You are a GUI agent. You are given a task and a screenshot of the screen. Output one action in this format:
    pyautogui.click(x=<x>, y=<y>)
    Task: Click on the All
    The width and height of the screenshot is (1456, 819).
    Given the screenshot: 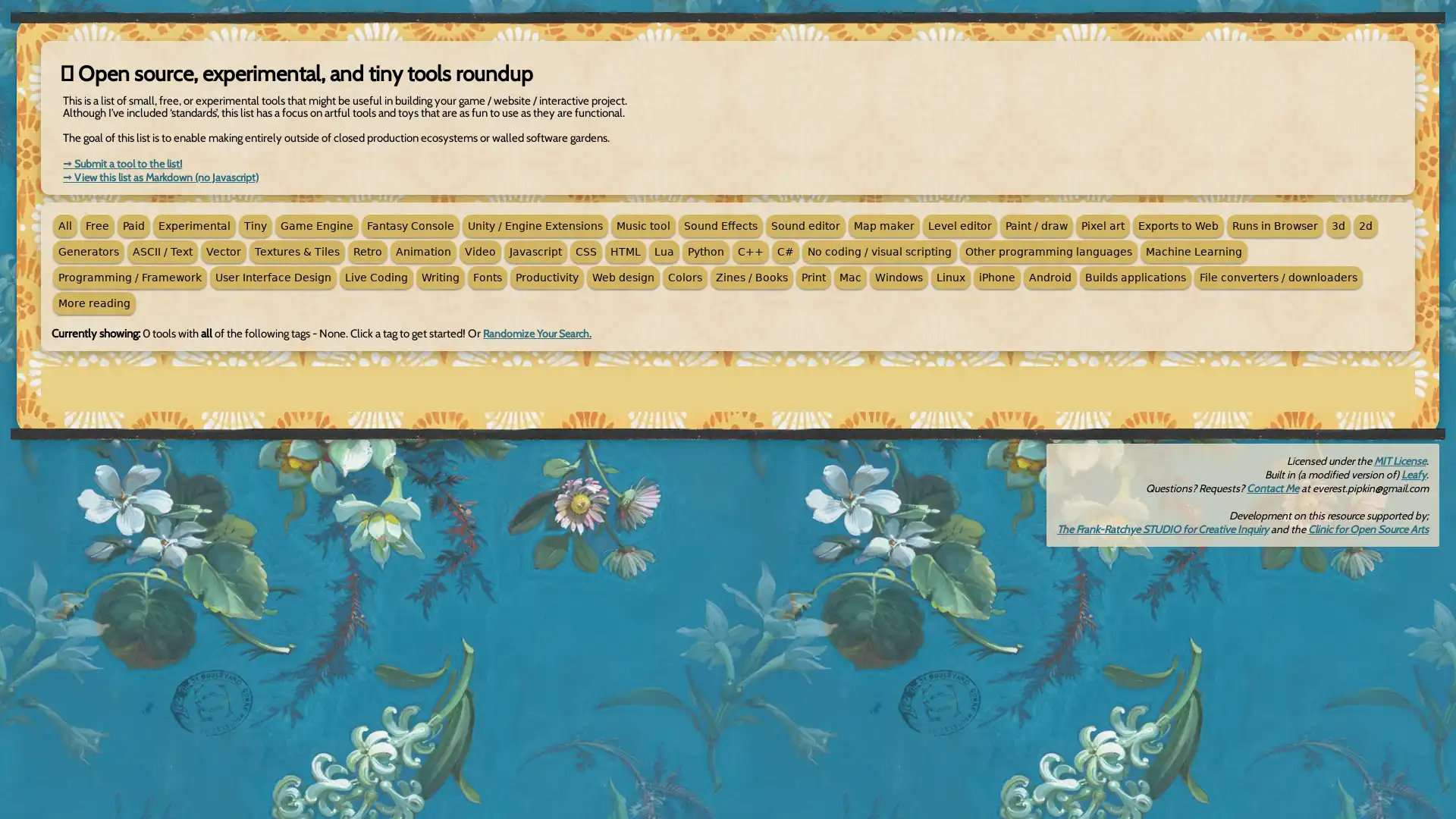 What is the action you would take?
    pyautogui.click(x=64, y=225)
    